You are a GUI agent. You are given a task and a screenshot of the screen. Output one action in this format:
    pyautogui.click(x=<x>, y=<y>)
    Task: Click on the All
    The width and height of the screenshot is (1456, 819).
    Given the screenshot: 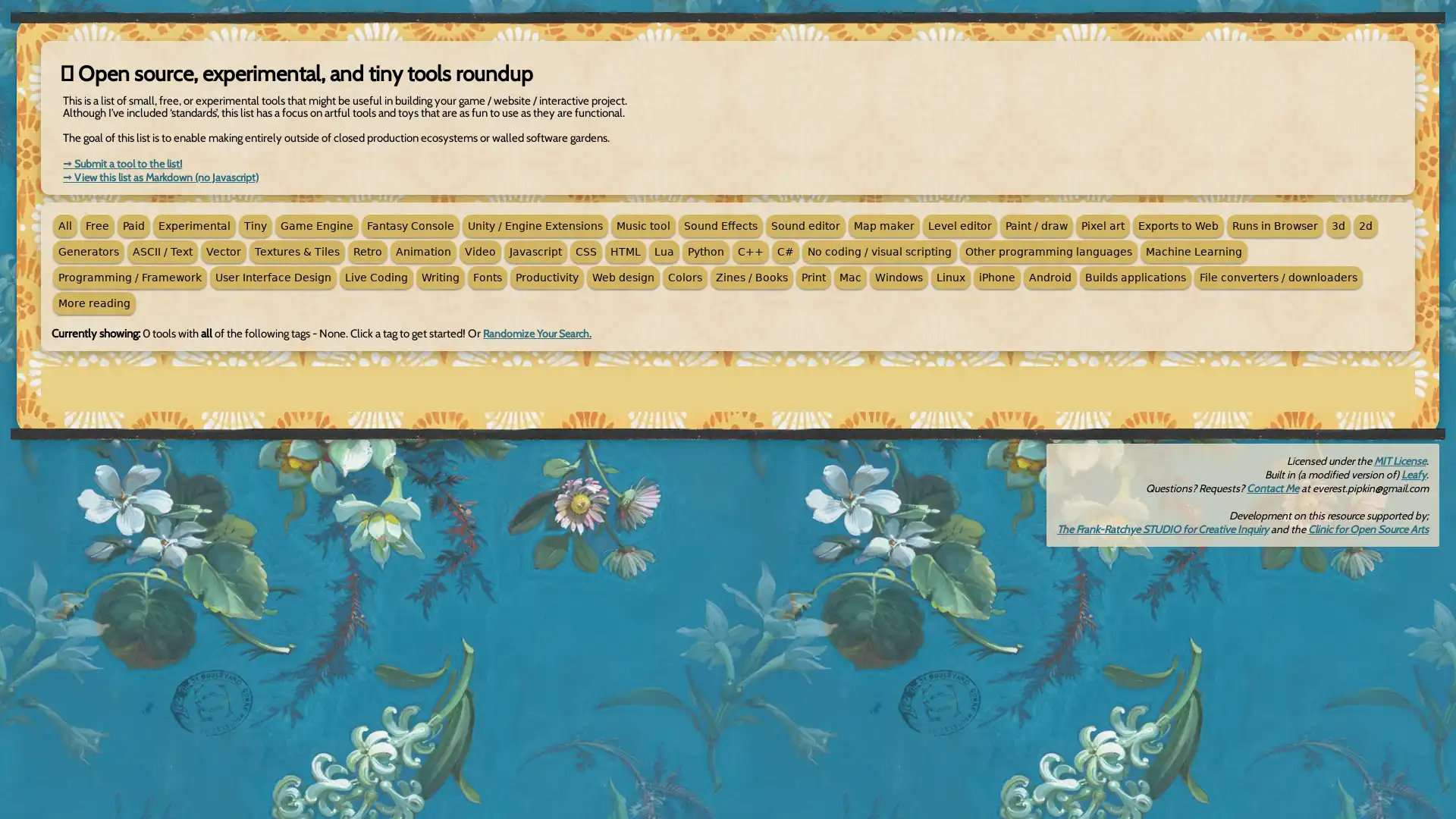 What is the action you would take?
    pyautogui.click(x=64, y=225)
    